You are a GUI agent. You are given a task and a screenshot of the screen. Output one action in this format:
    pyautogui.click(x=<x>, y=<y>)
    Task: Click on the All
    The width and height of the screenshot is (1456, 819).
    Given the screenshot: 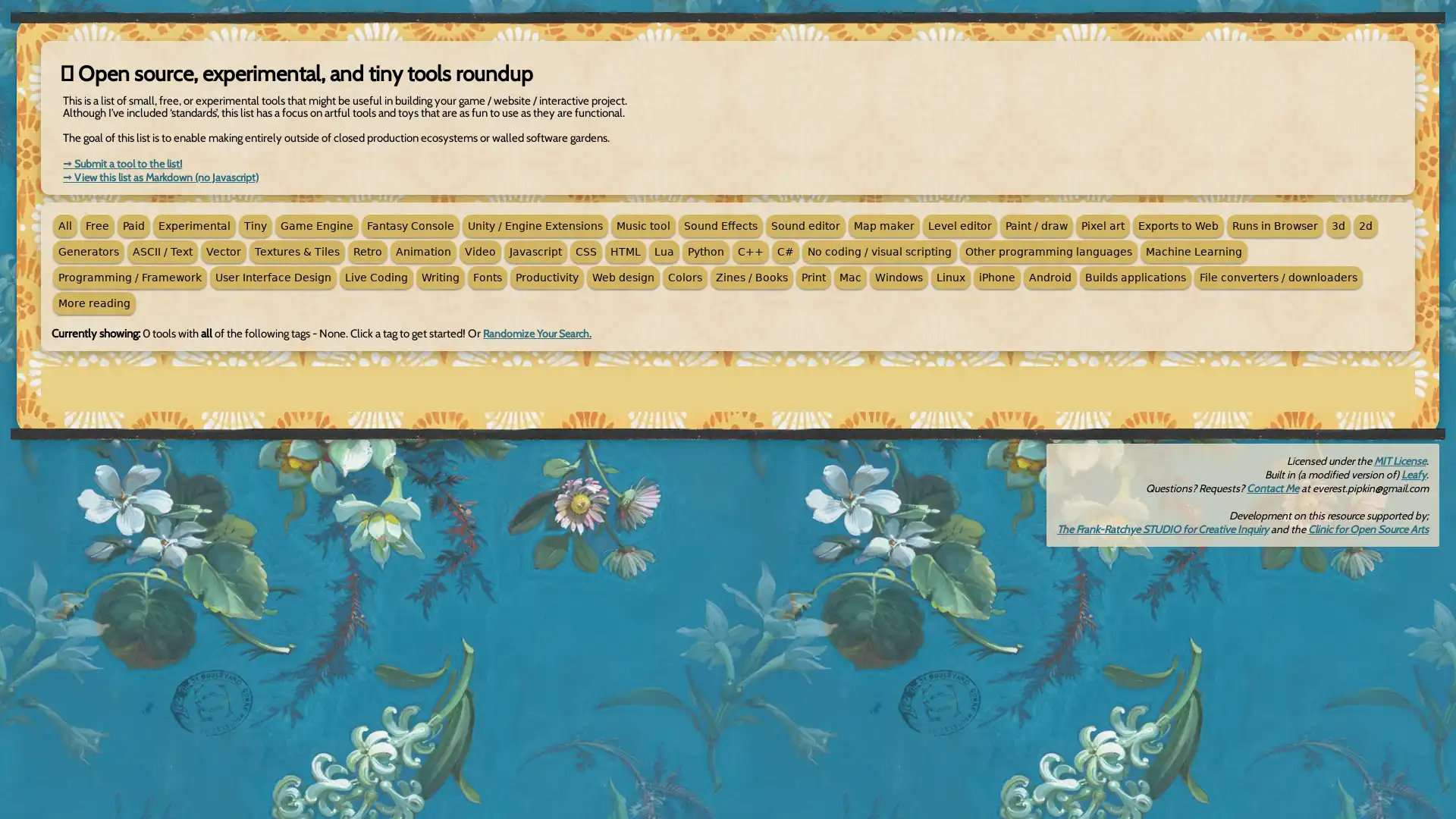 What is the action you would take?
    pyautogui.click(x=64, y=225)
    